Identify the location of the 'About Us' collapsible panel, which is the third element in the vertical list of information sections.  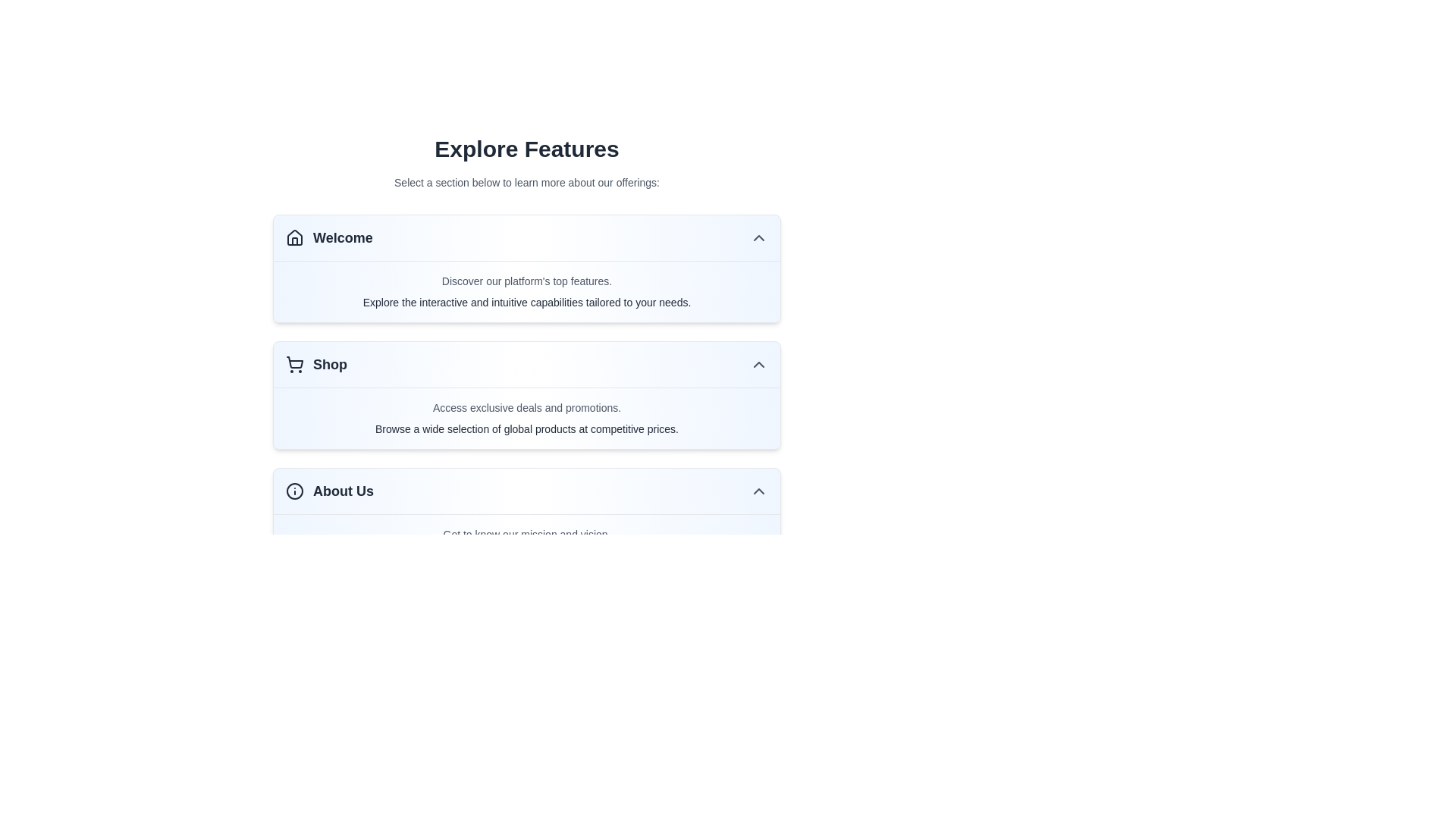
(527, 520).